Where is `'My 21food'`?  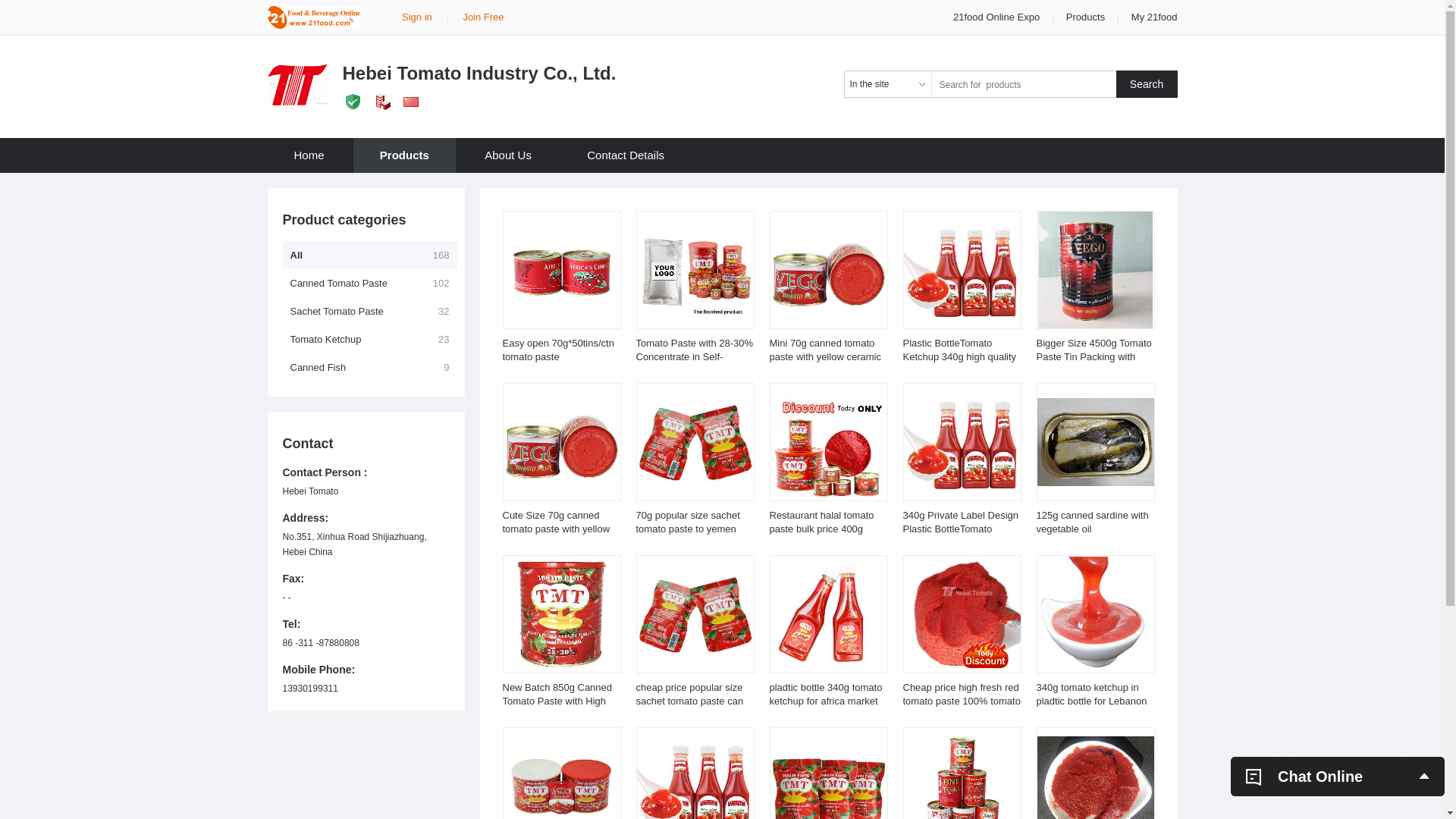
'My 21food' is located at coordinates (1153, 17).